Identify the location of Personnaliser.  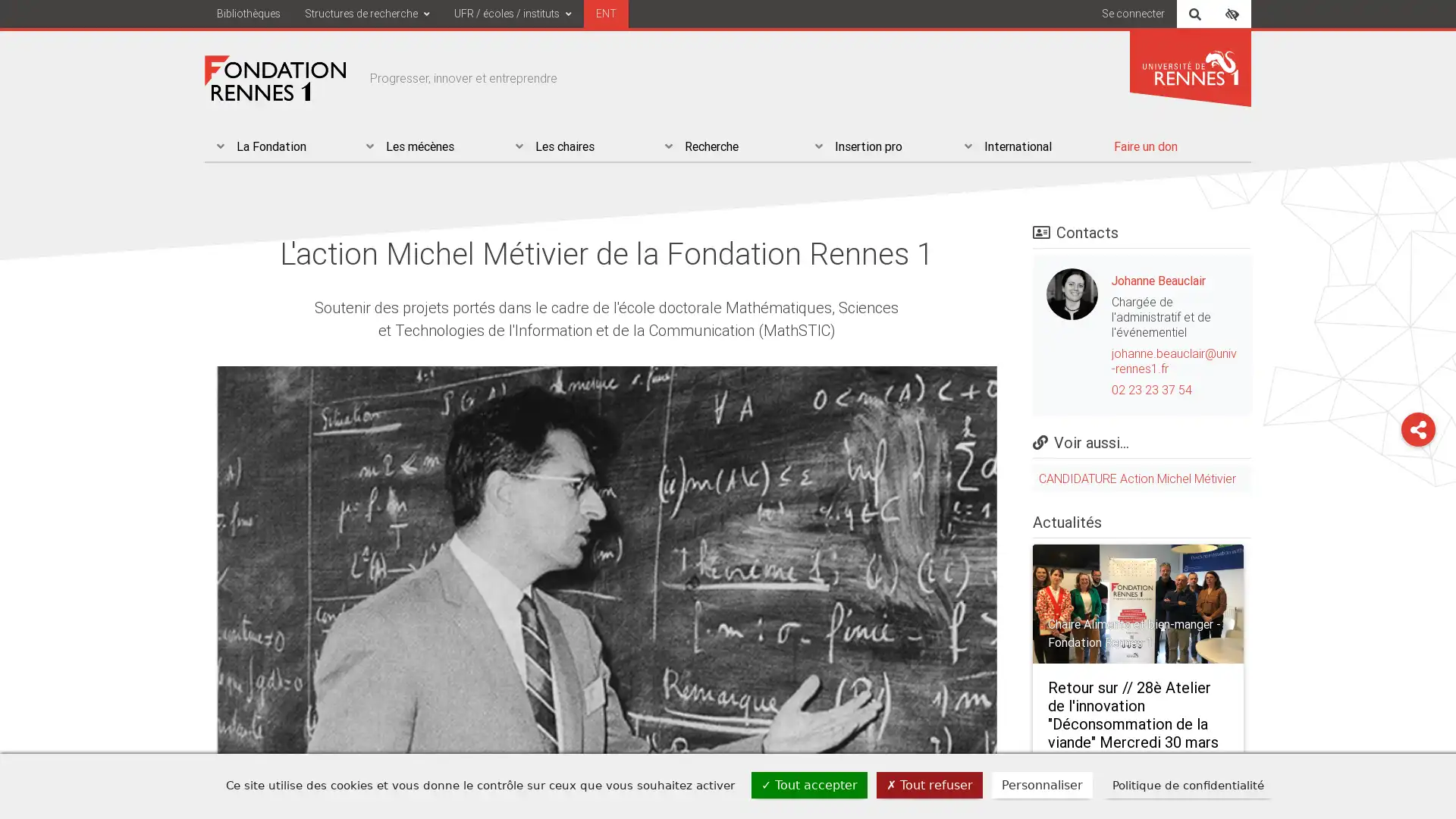
(1041, 784).